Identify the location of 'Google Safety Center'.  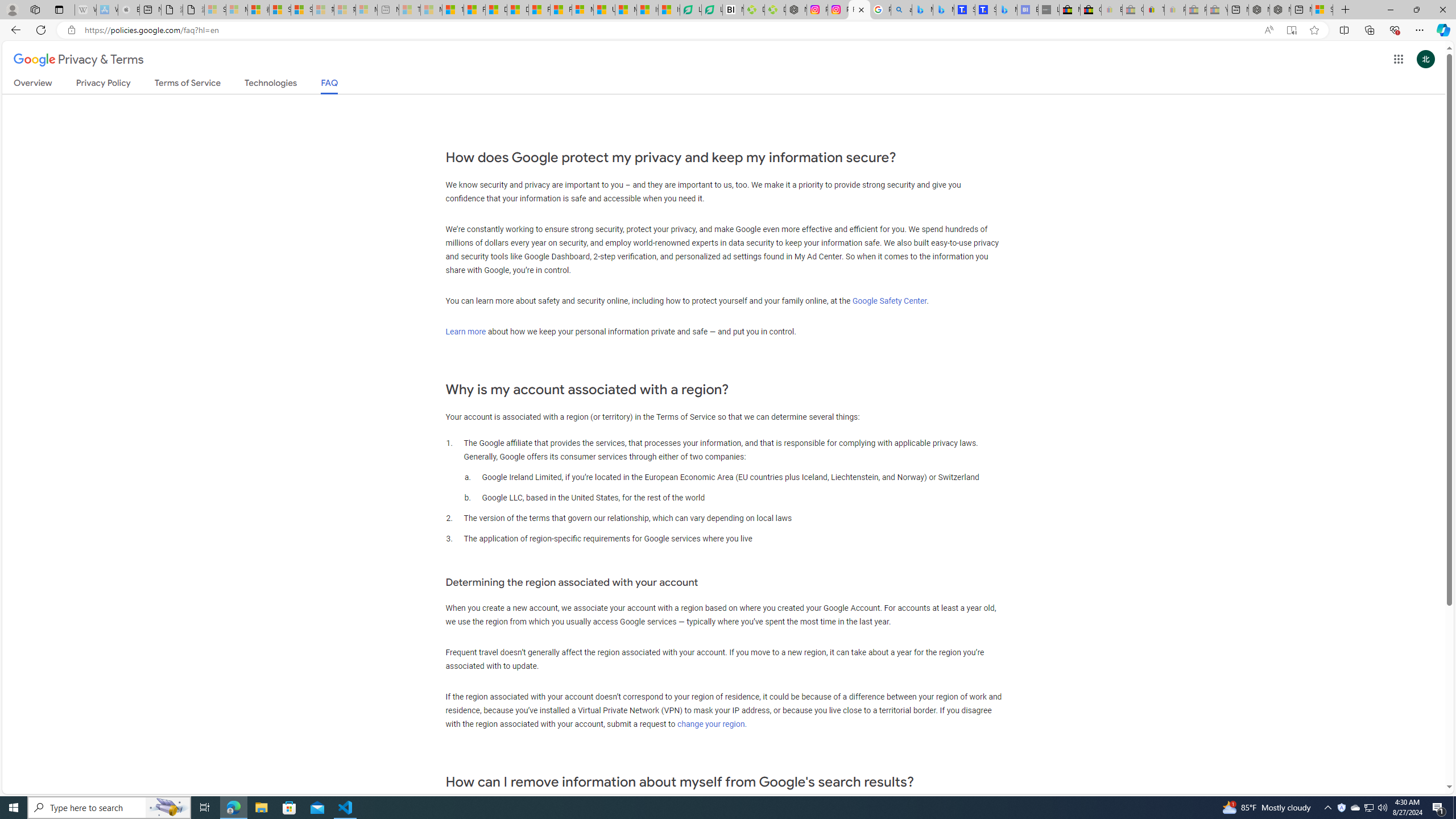
(890, 300).